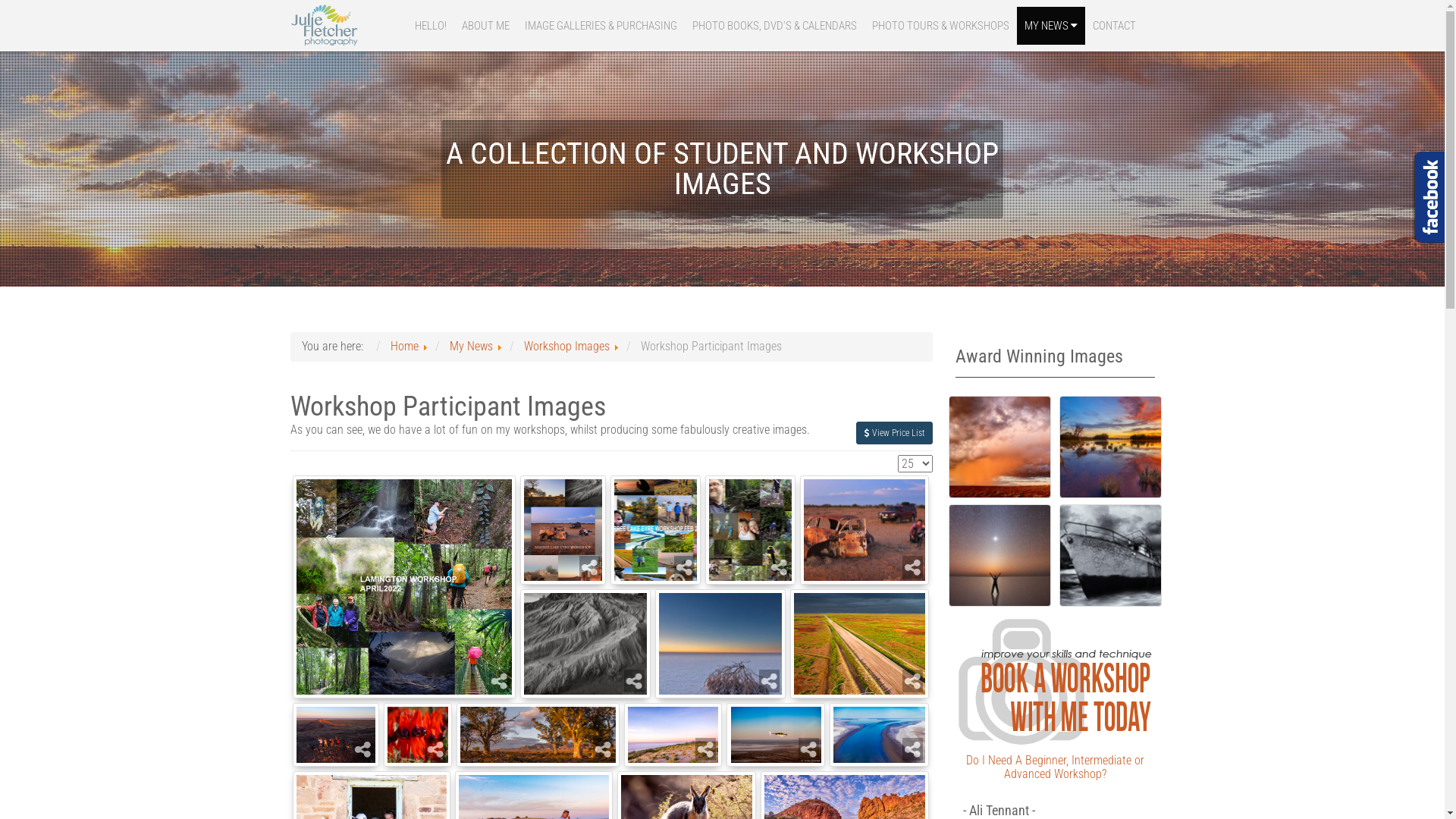 The height and width of the screenshot is (819, 1456). I want to click on 'Flinders Ranges South Australia Photo Tour May 2018', so click(538, 733).